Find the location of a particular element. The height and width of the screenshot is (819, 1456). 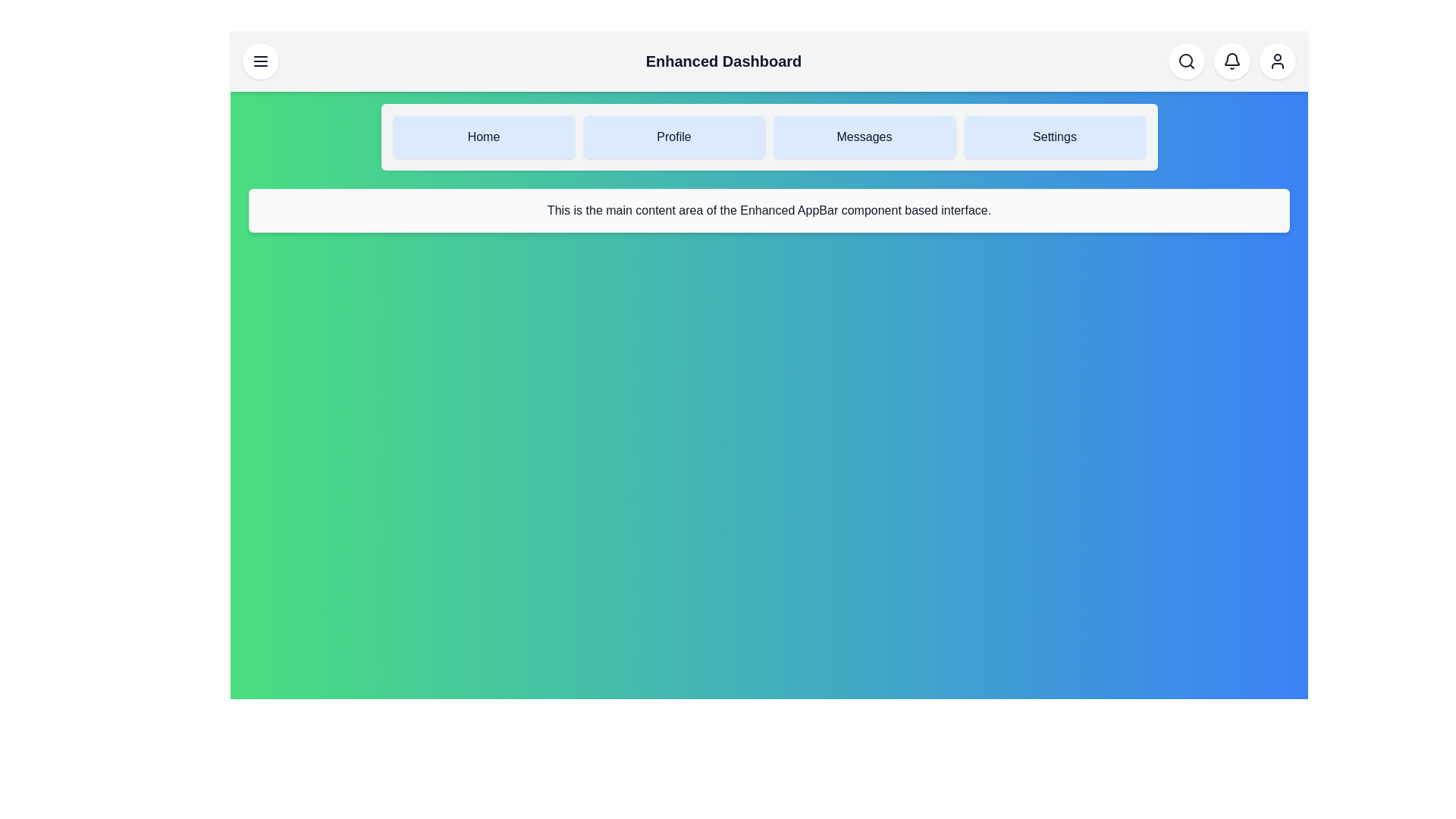

the User Profile button to perform its action is located at coordinates (1276, 61).